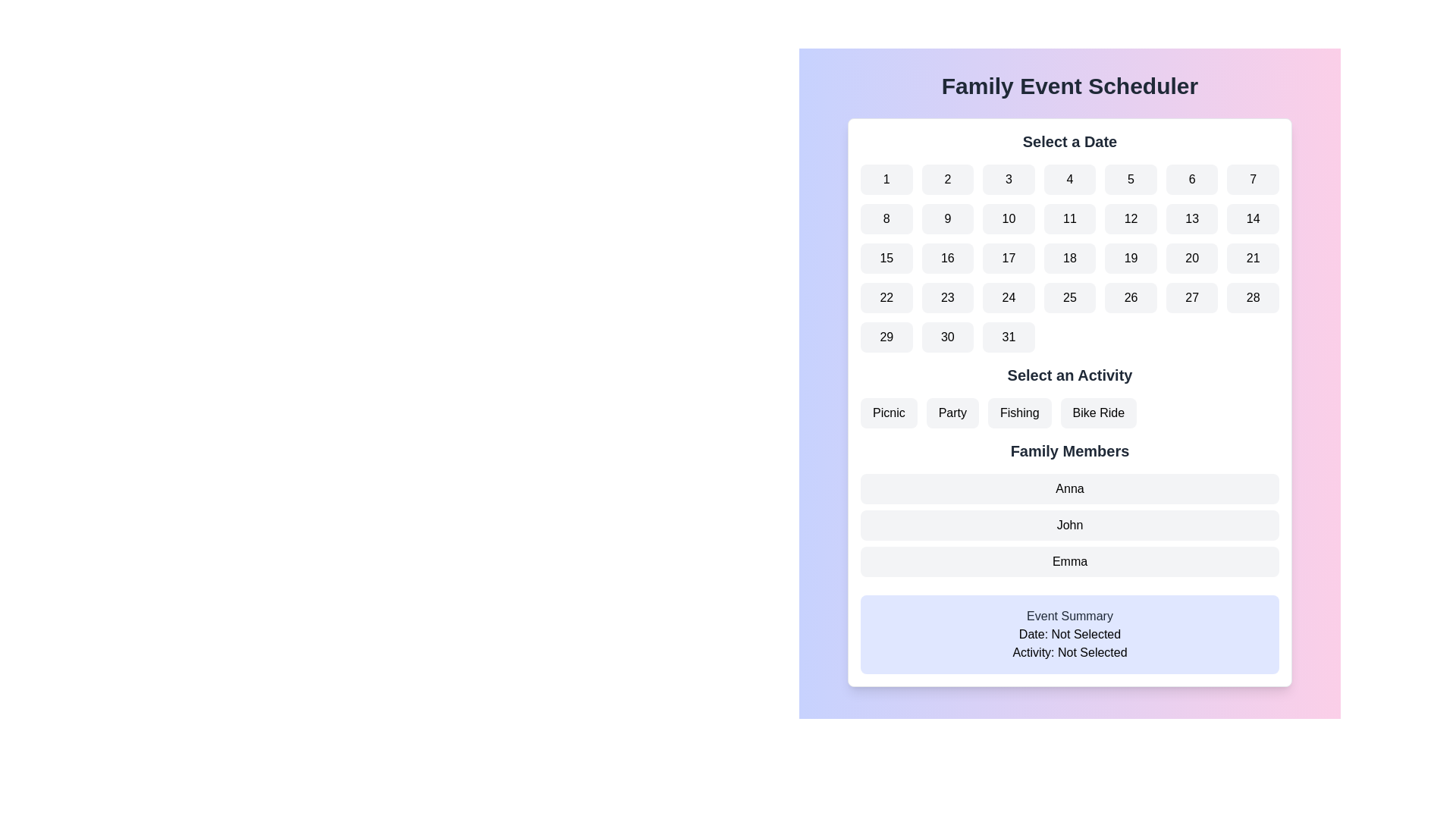 The width and height of the screenshot is (1456, 819). What do you see at coordinates (1069, 488) in the screenshot?
I see `the button representing the family member 'Anna', which is the first button in the vertical list below the 'Family Members' heading` at bounding box center [1069, 488].